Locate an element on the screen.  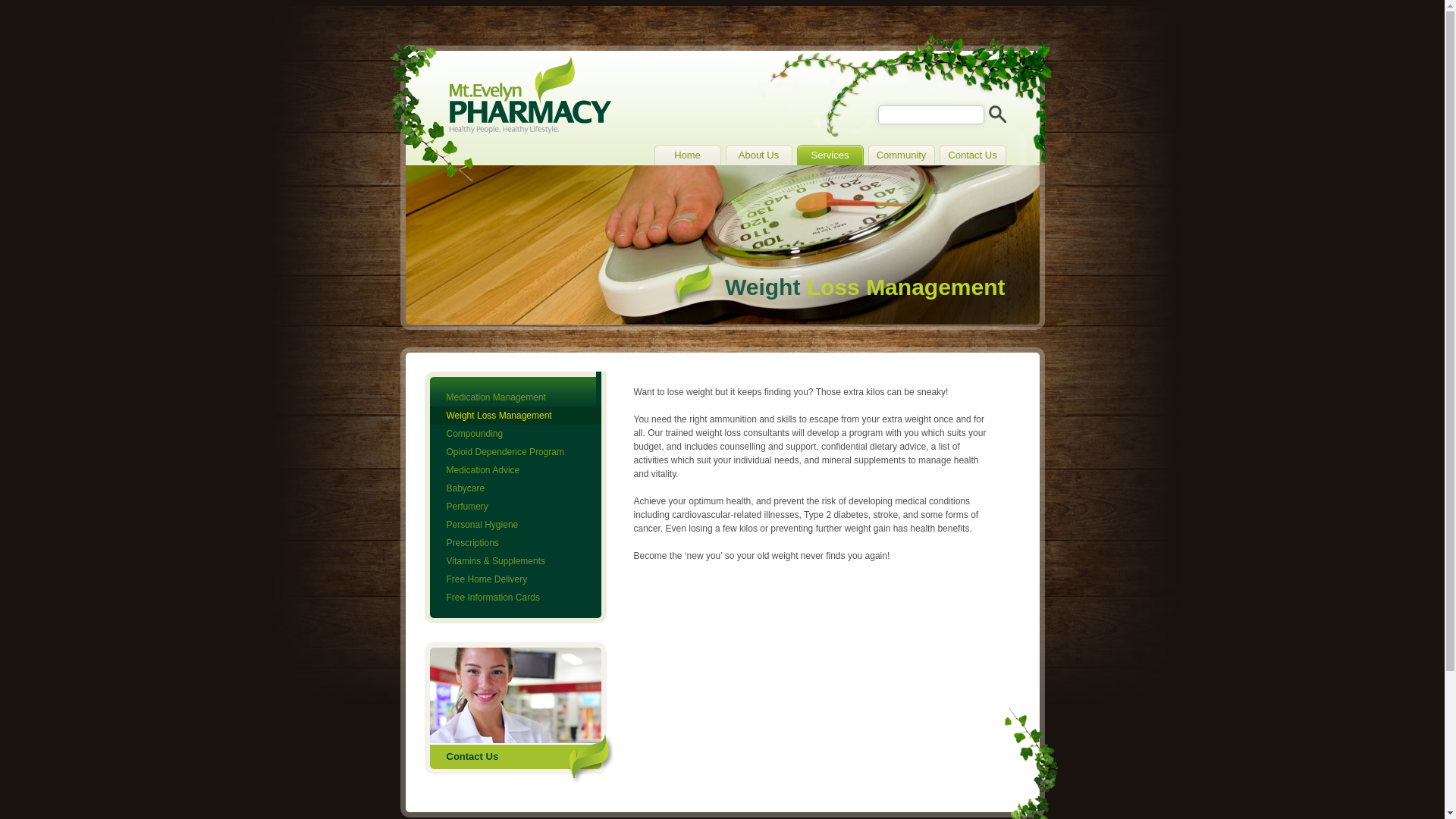
'Medication Management' is located at coordinates (514, 397).